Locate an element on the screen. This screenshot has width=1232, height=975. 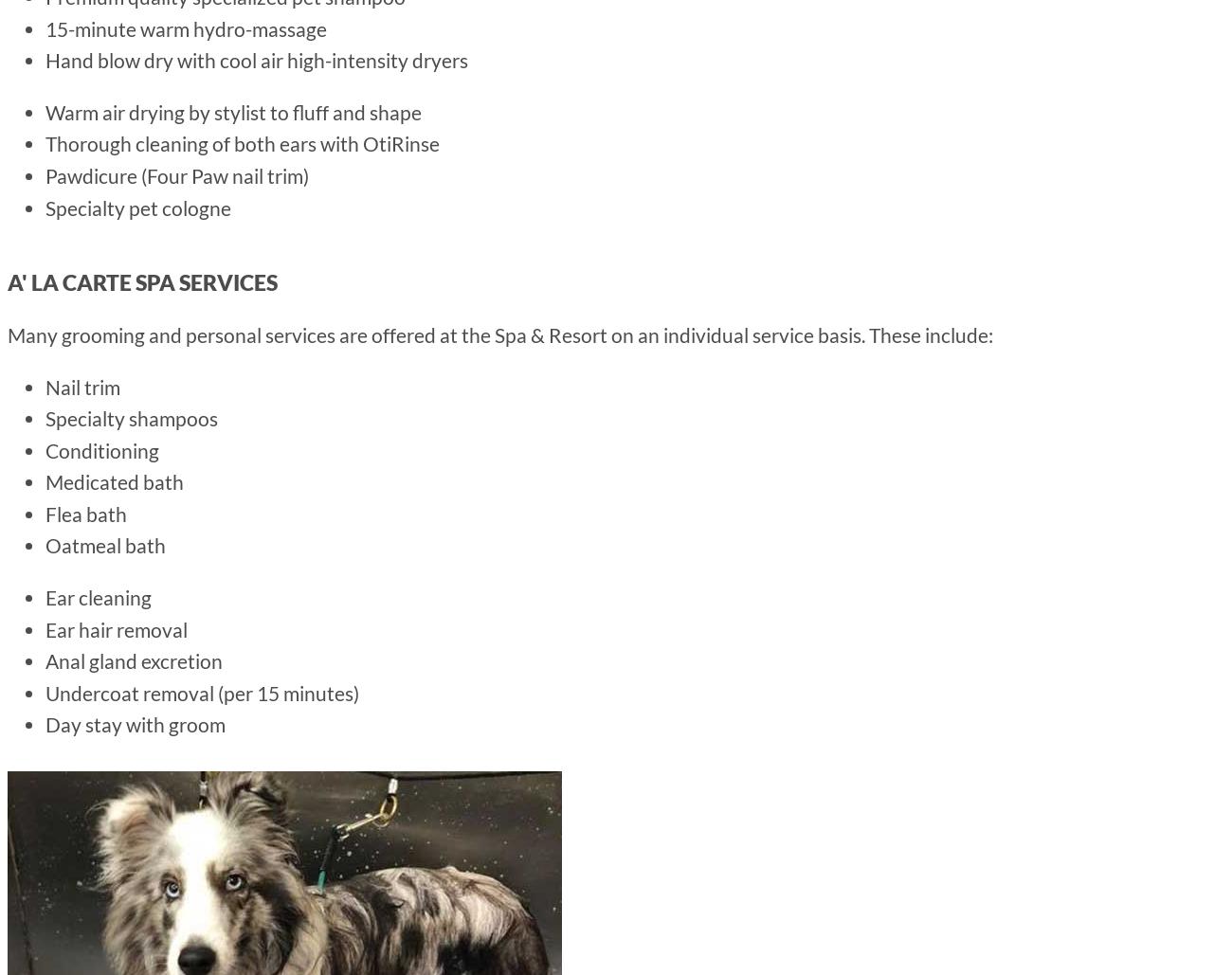
'Pawdicure (Four Paw nail trim)' is located at coordinates (176, 174).